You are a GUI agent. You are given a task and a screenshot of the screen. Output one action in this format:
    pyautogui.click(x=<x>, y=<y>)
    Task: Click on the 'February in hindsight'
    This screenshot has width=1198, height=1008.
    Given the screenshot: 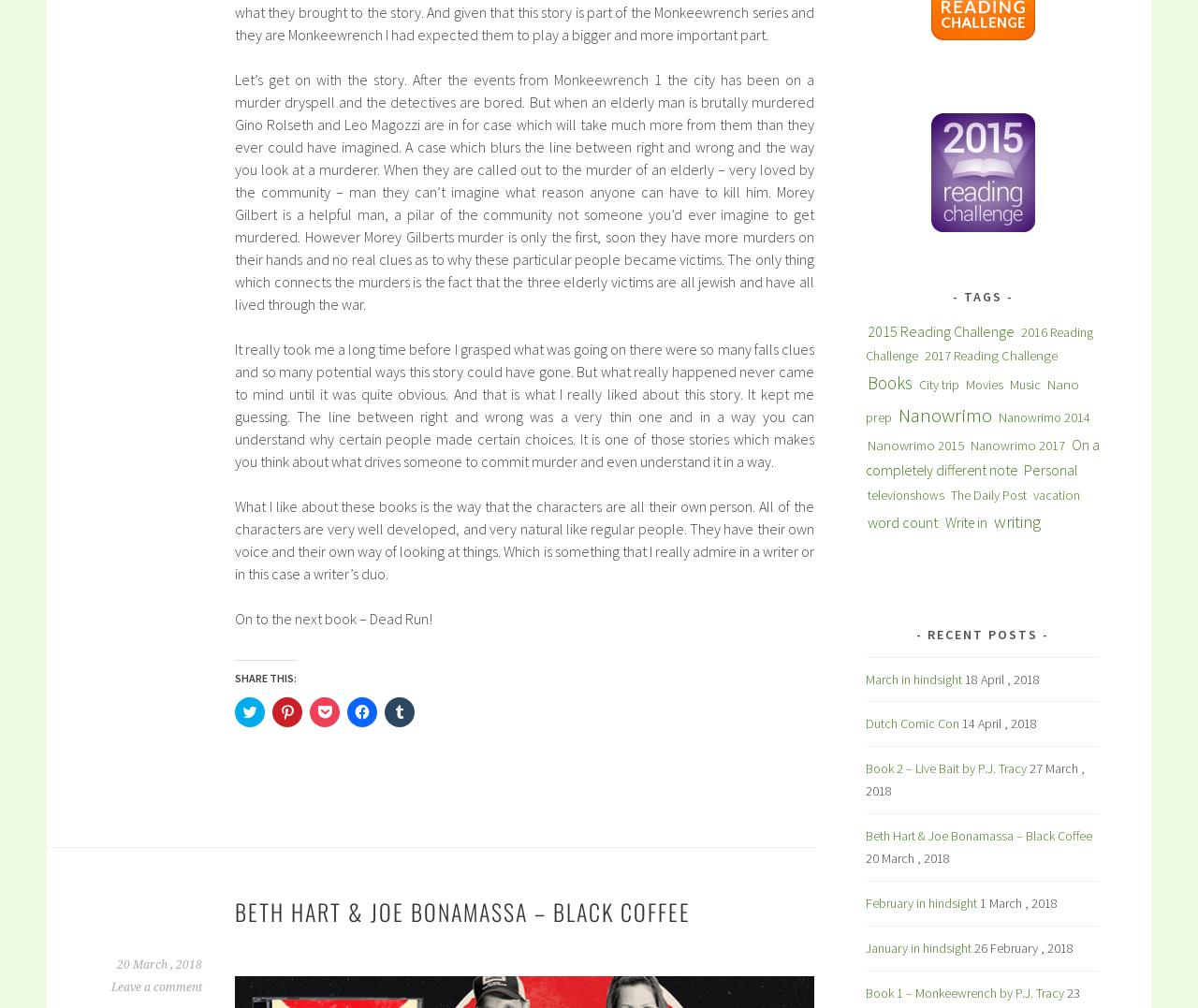 What is the action you would take?
    pyautogui.click(x=921, y=902)
    